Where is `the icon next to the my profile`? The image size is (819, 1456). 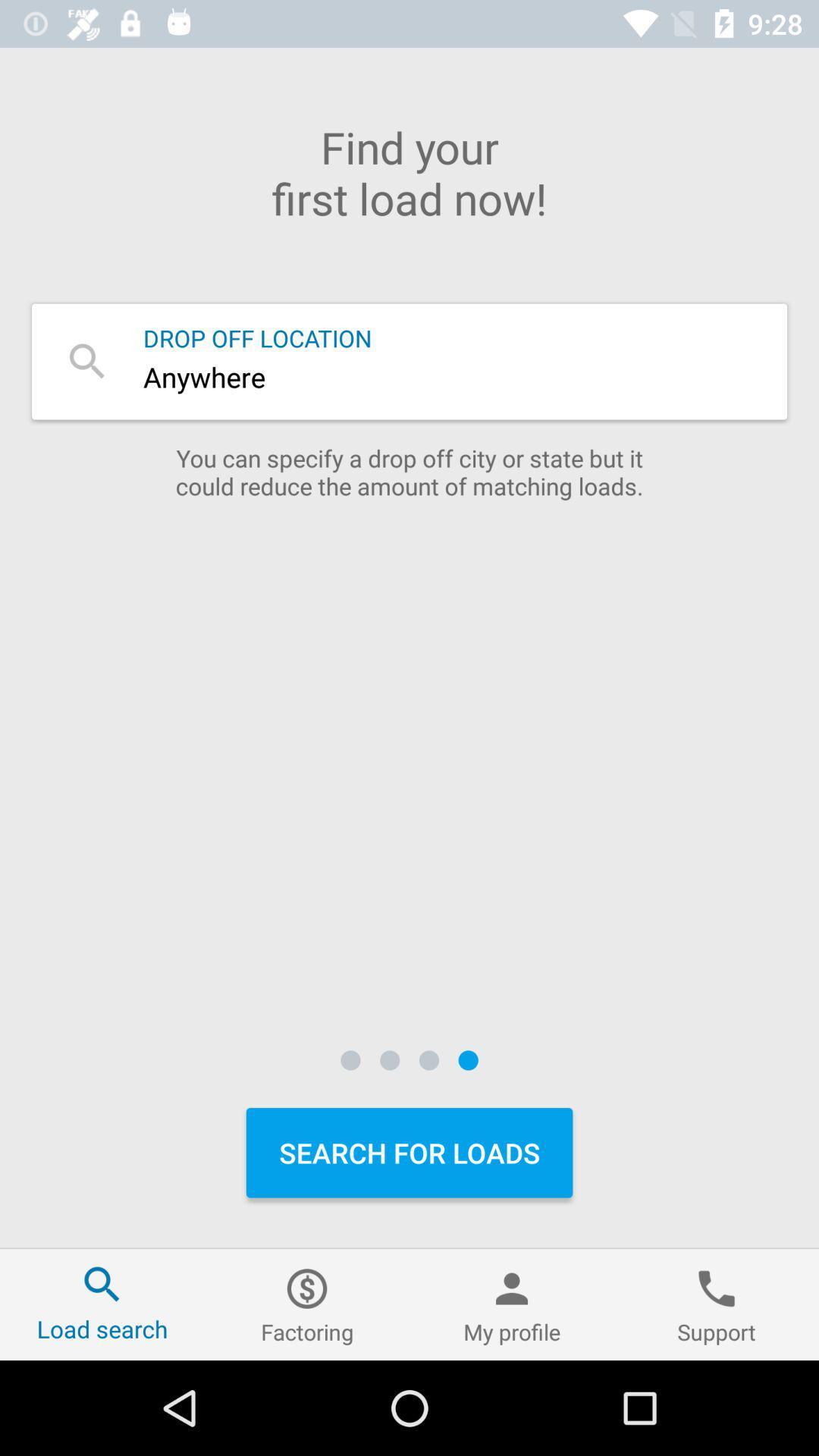 the icon next to the my profile is located at coordinates (307, 1304).